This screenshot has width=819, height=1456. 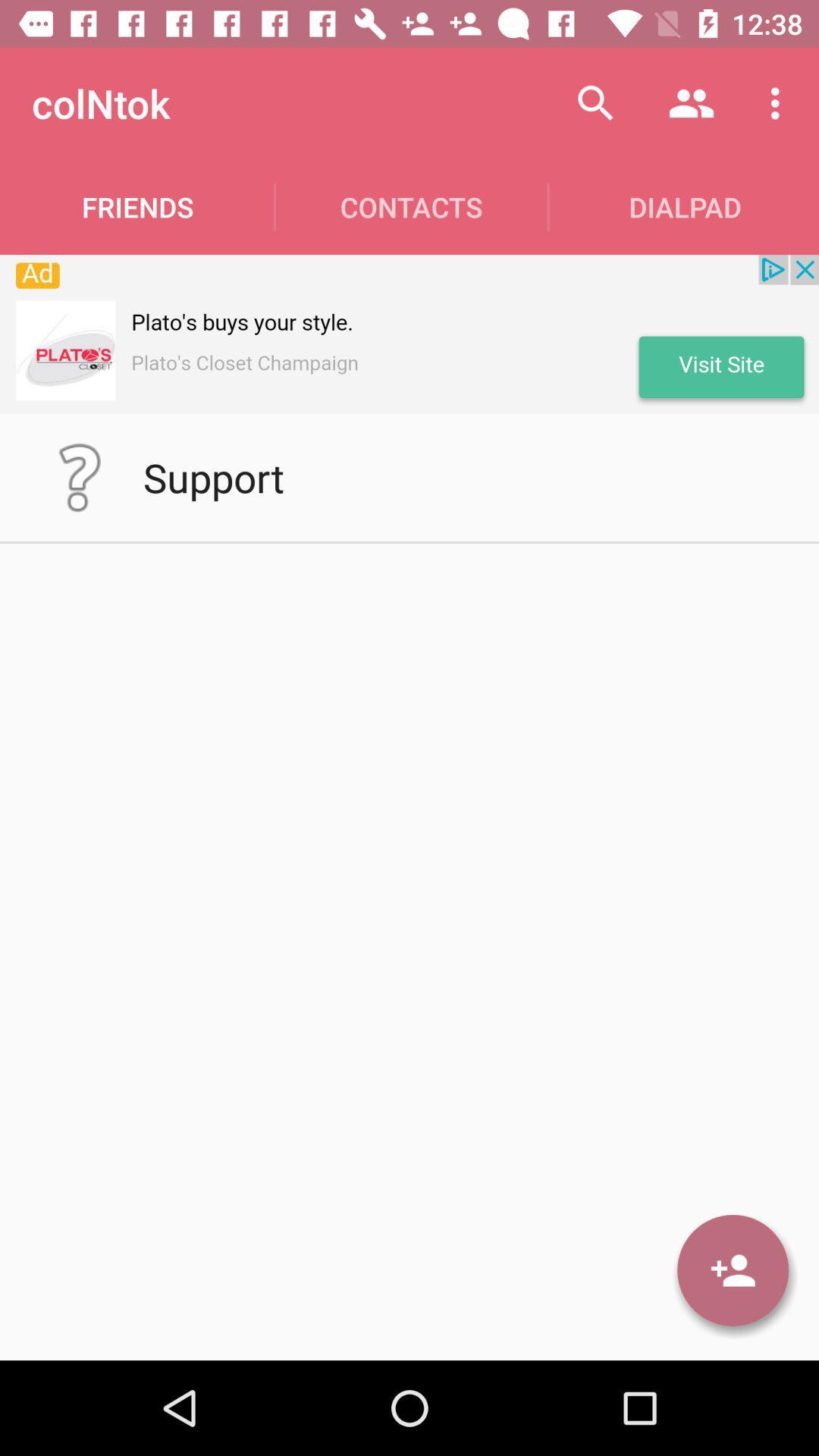 I want to click on advertisement, so click(x=409, y=334).